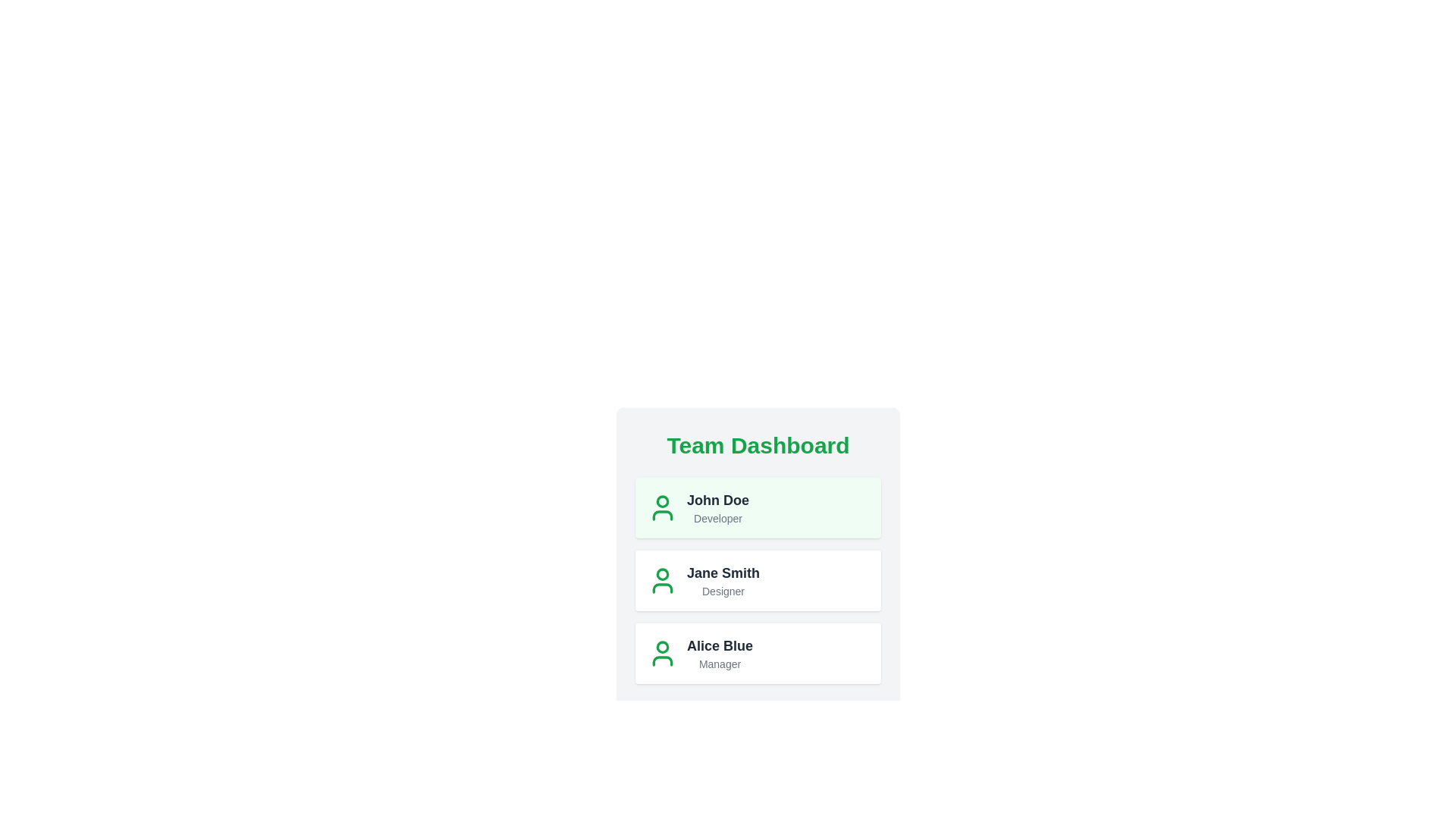  I want to click on the text label 'Manager' which is styled in a small gray font and located below 'Alice Blue' in the Team Dashboard section, so click(719, 663).